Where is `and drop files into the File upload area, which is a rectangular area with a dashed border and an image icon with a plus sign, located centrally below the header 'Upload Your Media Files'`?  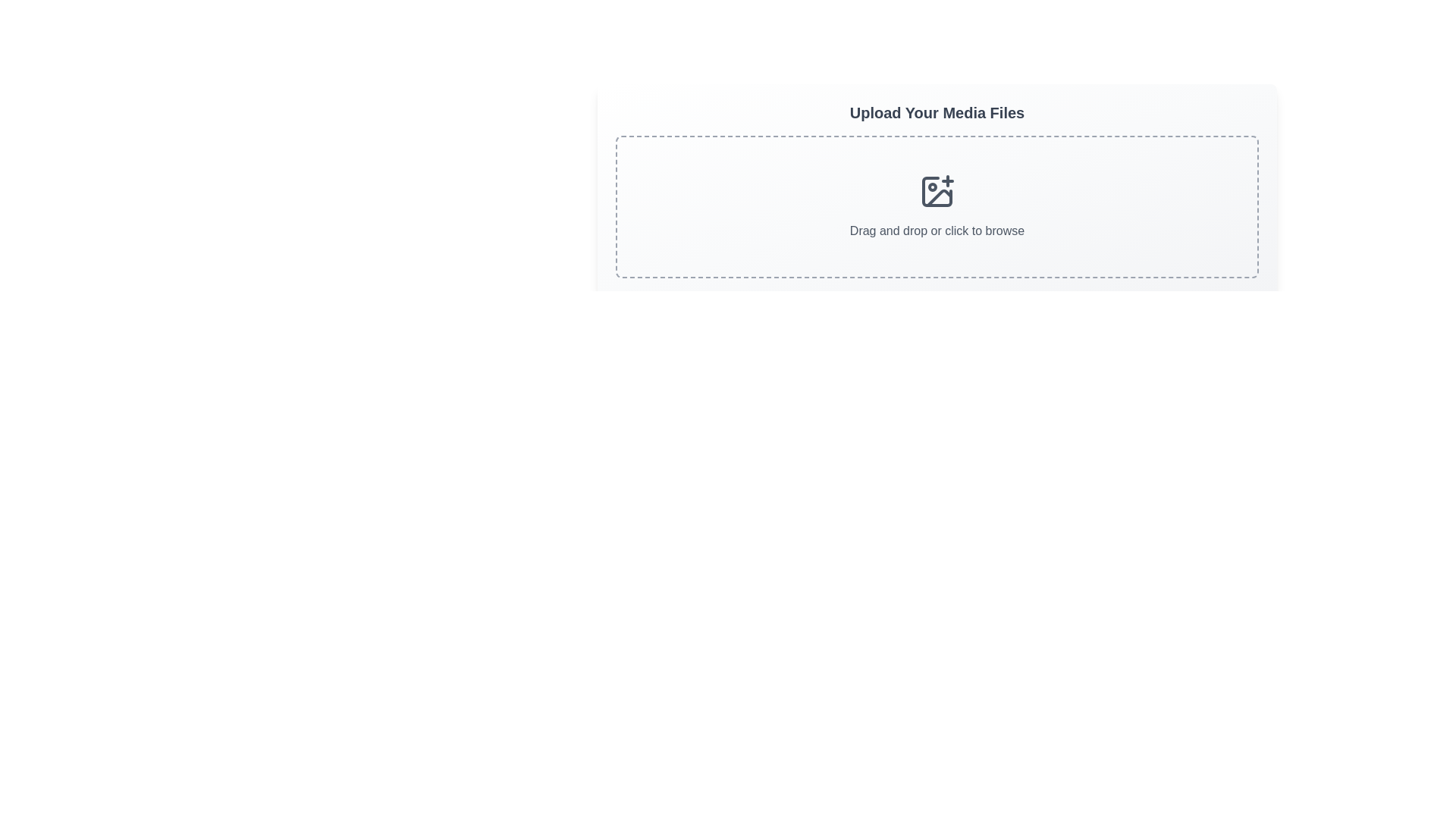 and drop files into the File upload area, which is a rectangular area with a dashed border and an image icon with a plus sign, located centrally below the header 'Upload Your Media Files' is located at coordinates (937, 207).